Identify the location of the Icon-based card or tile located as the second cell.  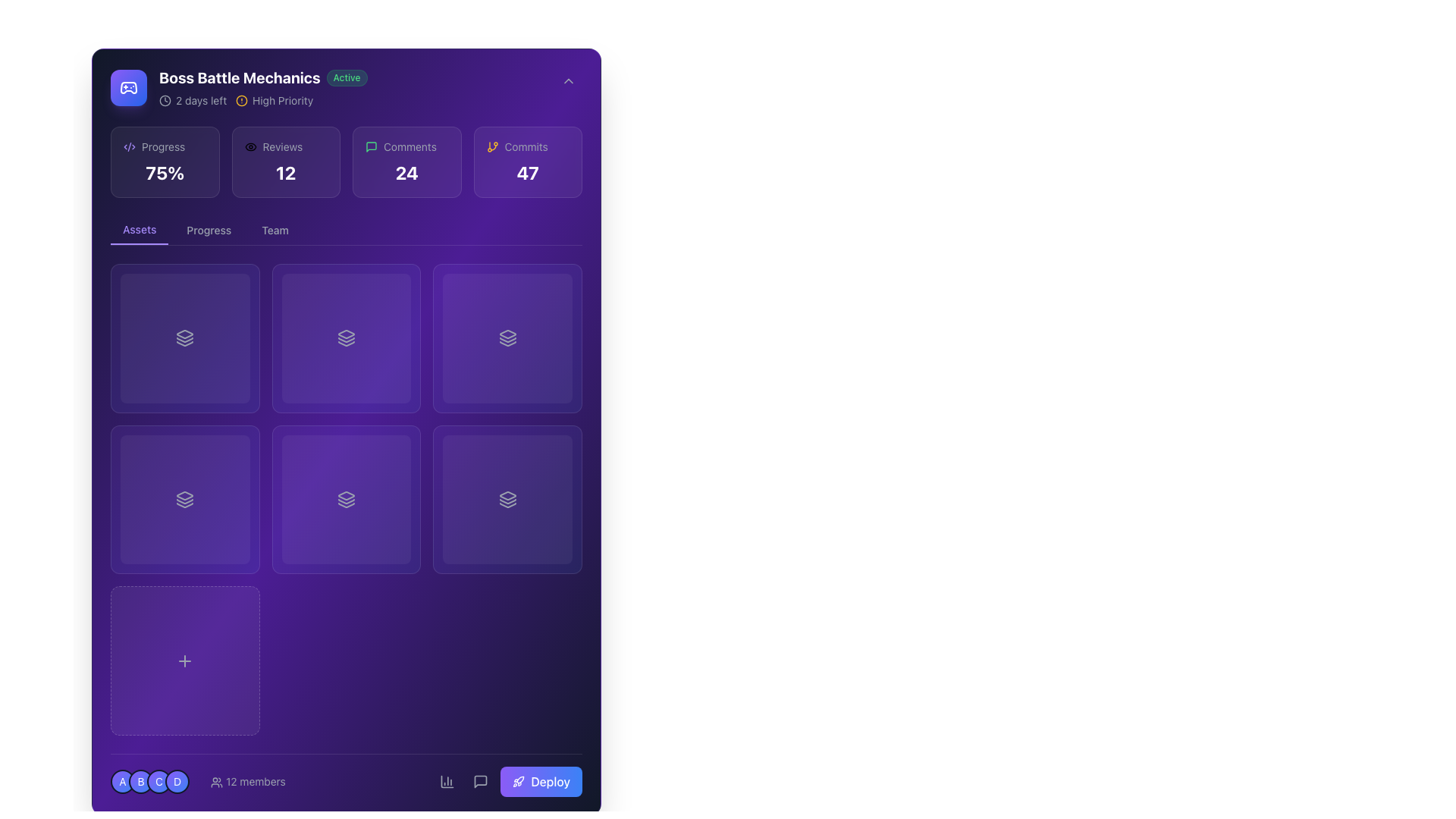
(184, 500).